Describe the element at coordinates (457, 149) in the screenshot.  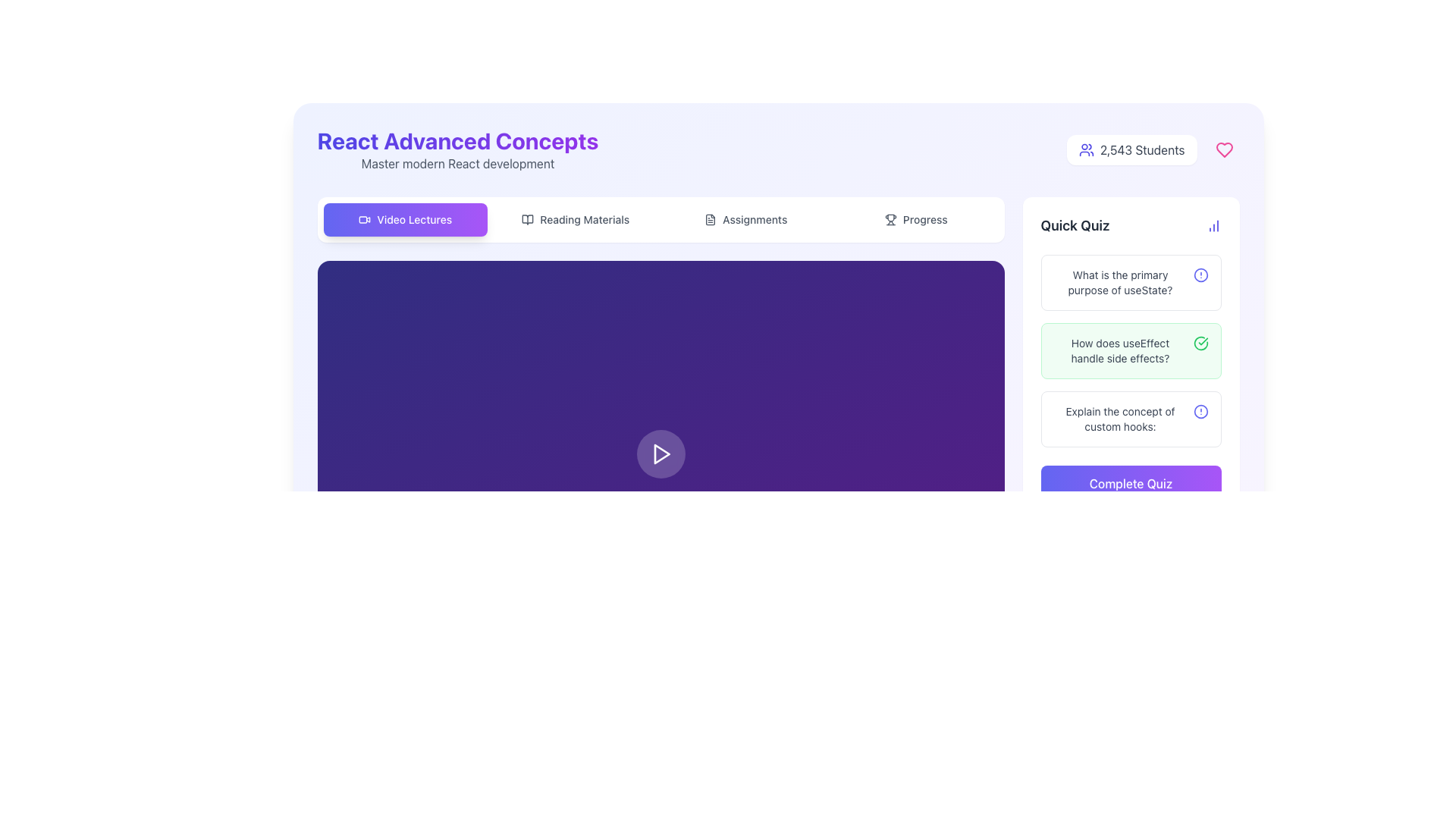
I see `the text block that serves as the title and subtitle of a section, located near the top-left side of the interface` at that location.